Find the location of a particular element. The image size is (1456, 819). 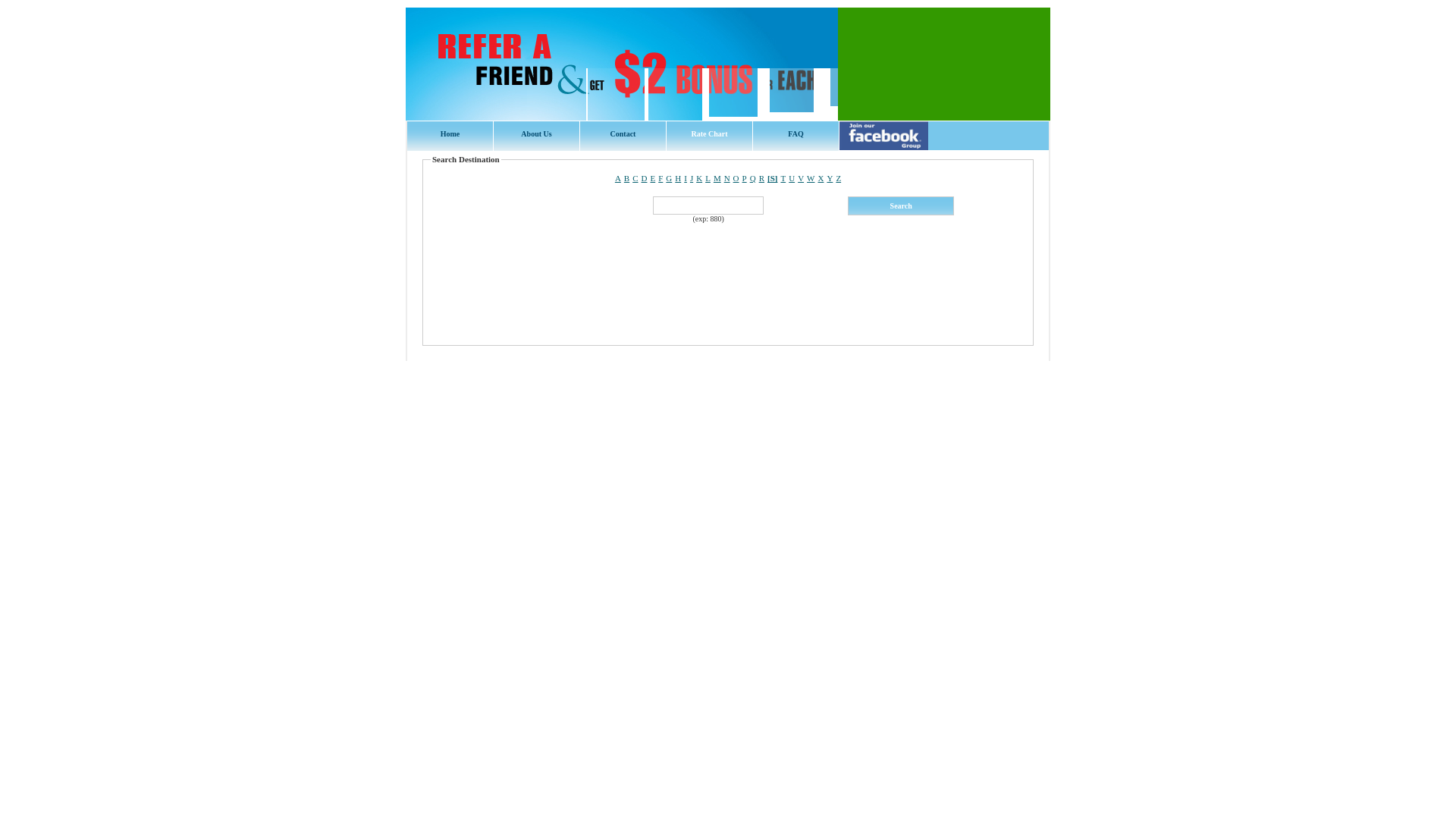

'FAQ' is located at coordinates (753, 134).